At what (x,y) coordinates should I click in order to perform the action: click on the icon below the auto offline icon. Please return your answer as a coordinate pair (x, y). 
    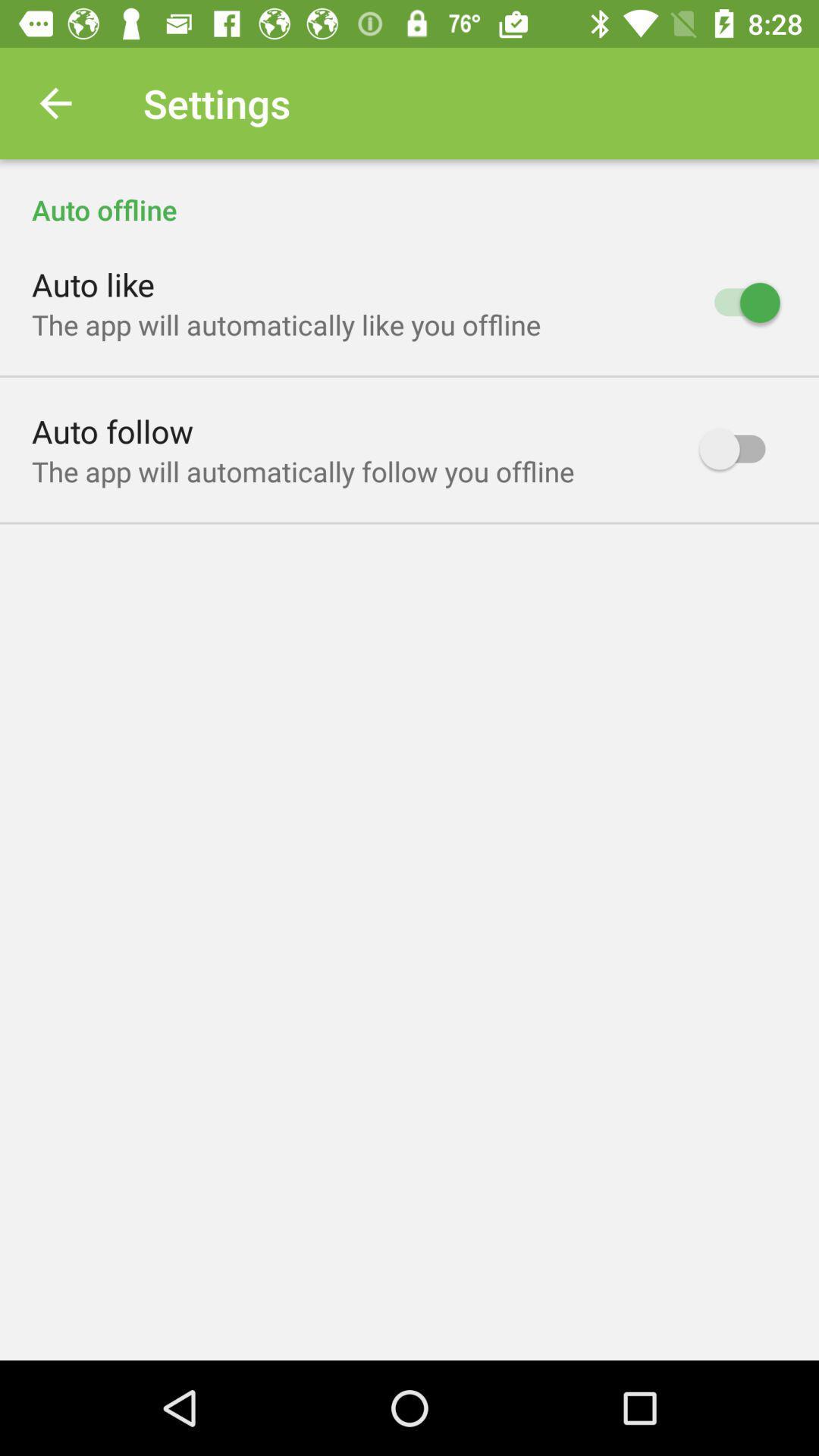
    Looking at the image, I should click on (93, 284).